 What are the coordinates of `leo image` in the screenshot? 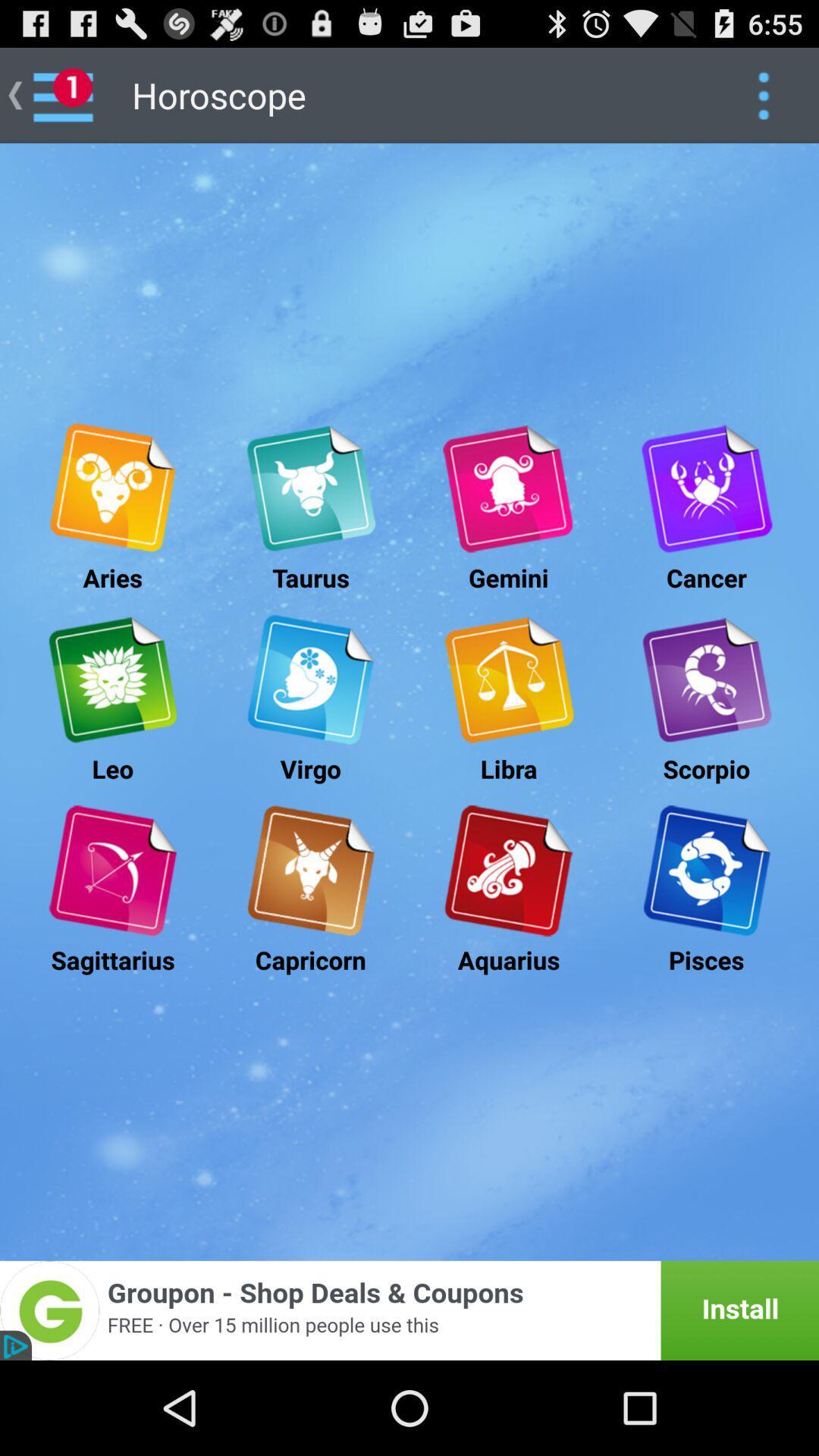 It's located at (111, 679).